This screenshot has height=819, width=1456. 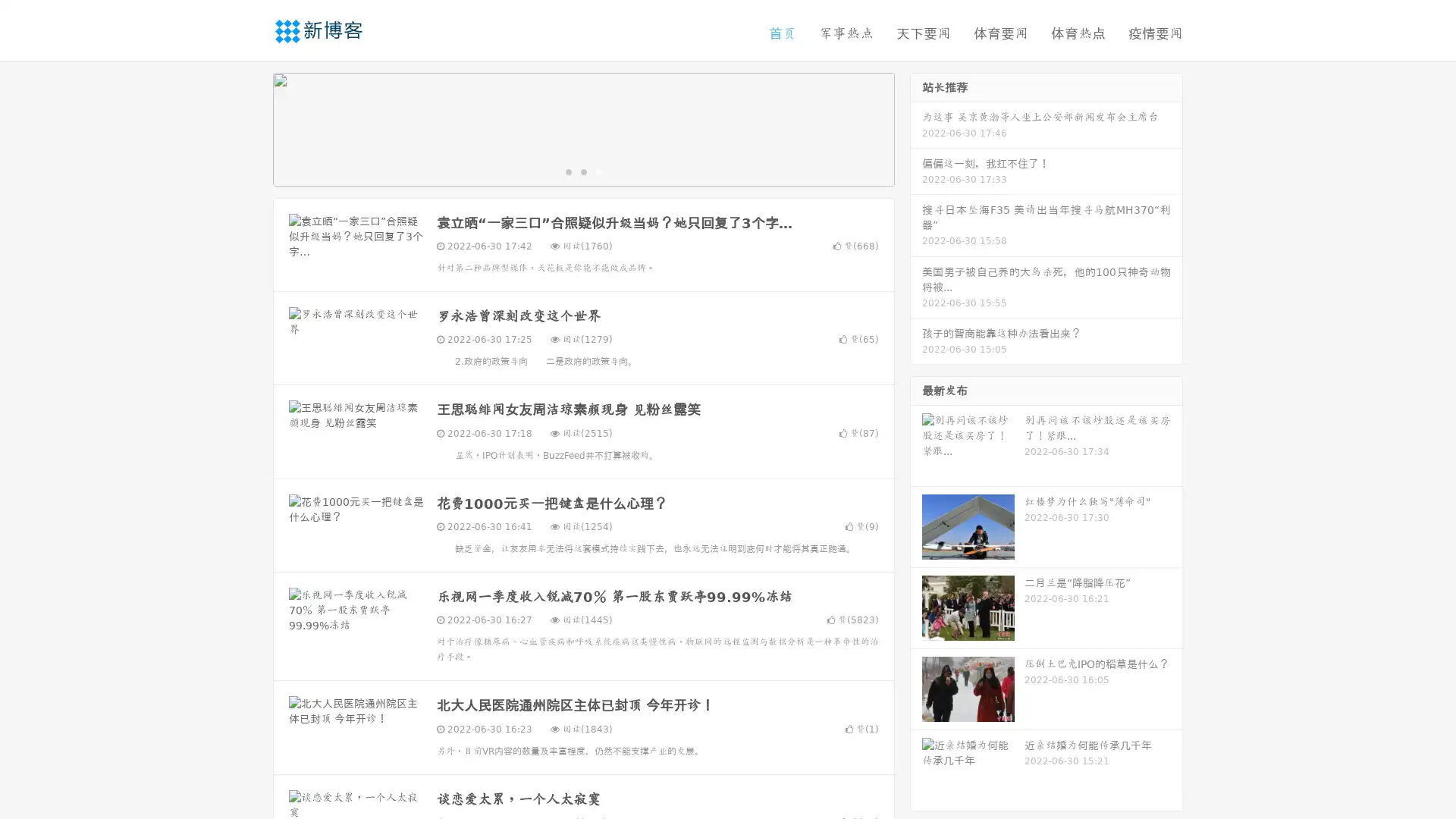 What do you see at coordinates (598, 171) in the screenshot?
I see `Go to slide 3` at bounding box center [598, 171].